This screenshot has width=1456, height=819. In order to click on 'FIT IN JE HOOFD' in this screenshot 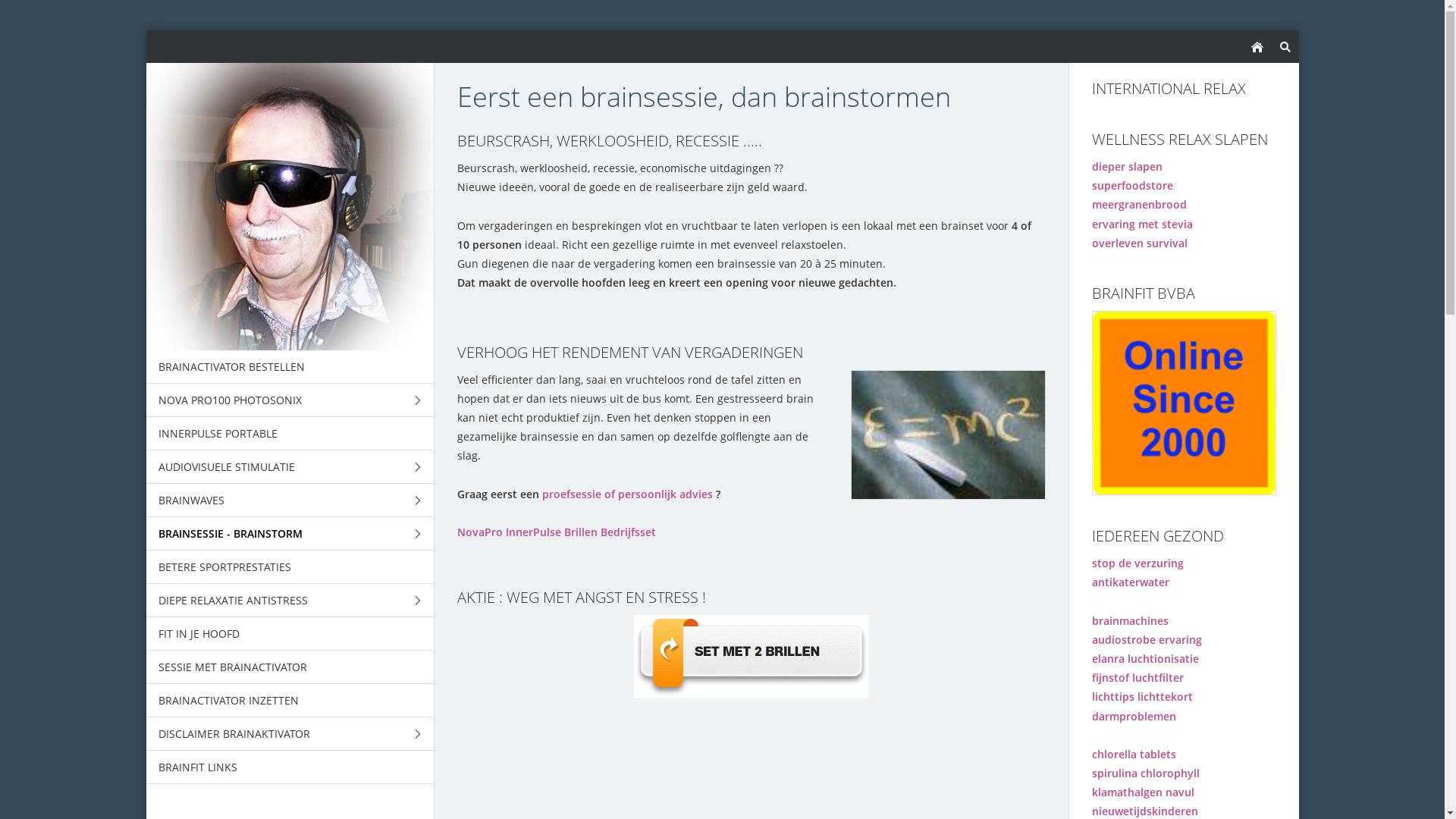, I will do `click(289, 634)`.